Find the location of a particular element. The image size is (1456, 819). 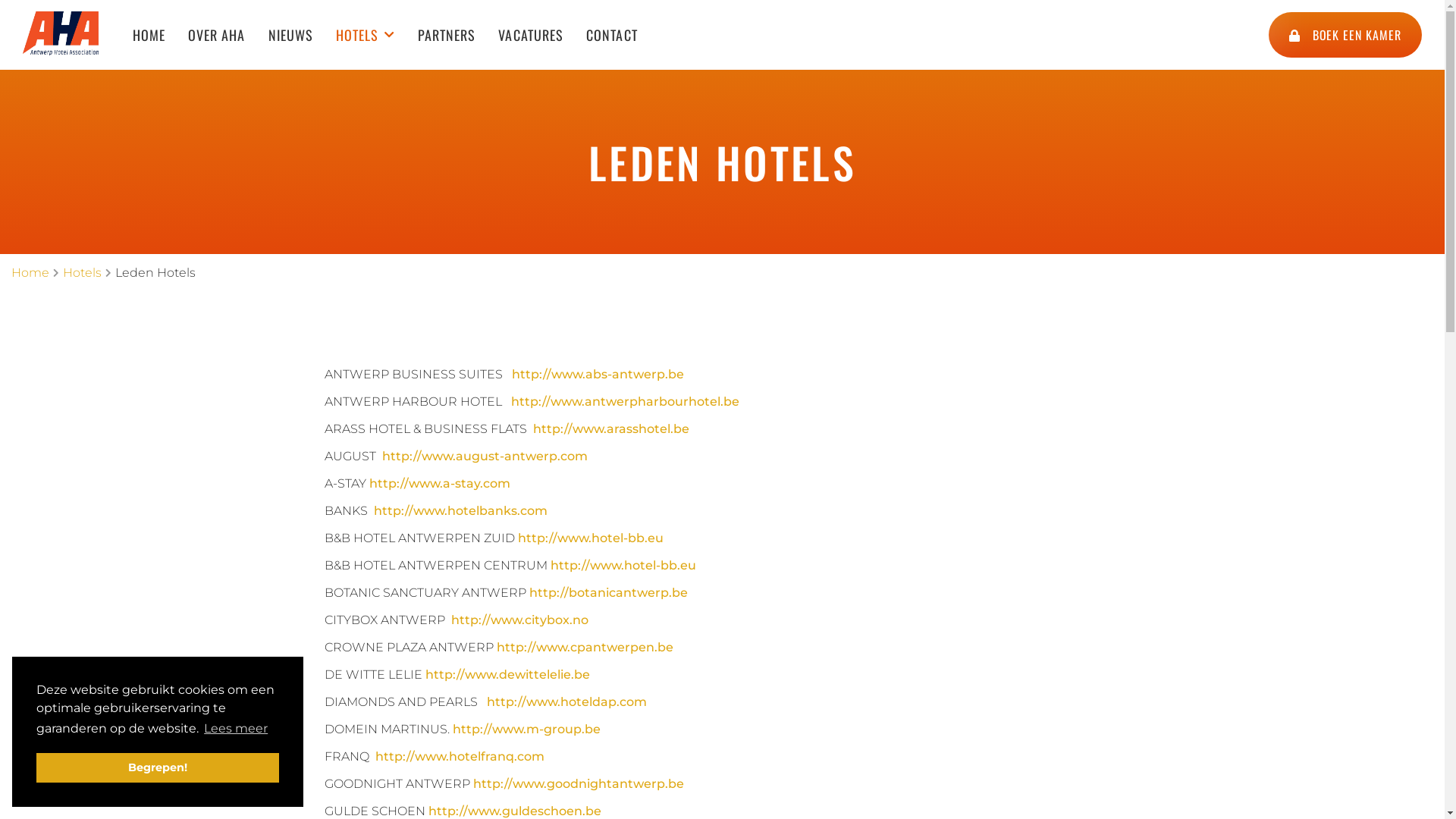

'http://www.m-group.be' is located at coordinates (450, 728).